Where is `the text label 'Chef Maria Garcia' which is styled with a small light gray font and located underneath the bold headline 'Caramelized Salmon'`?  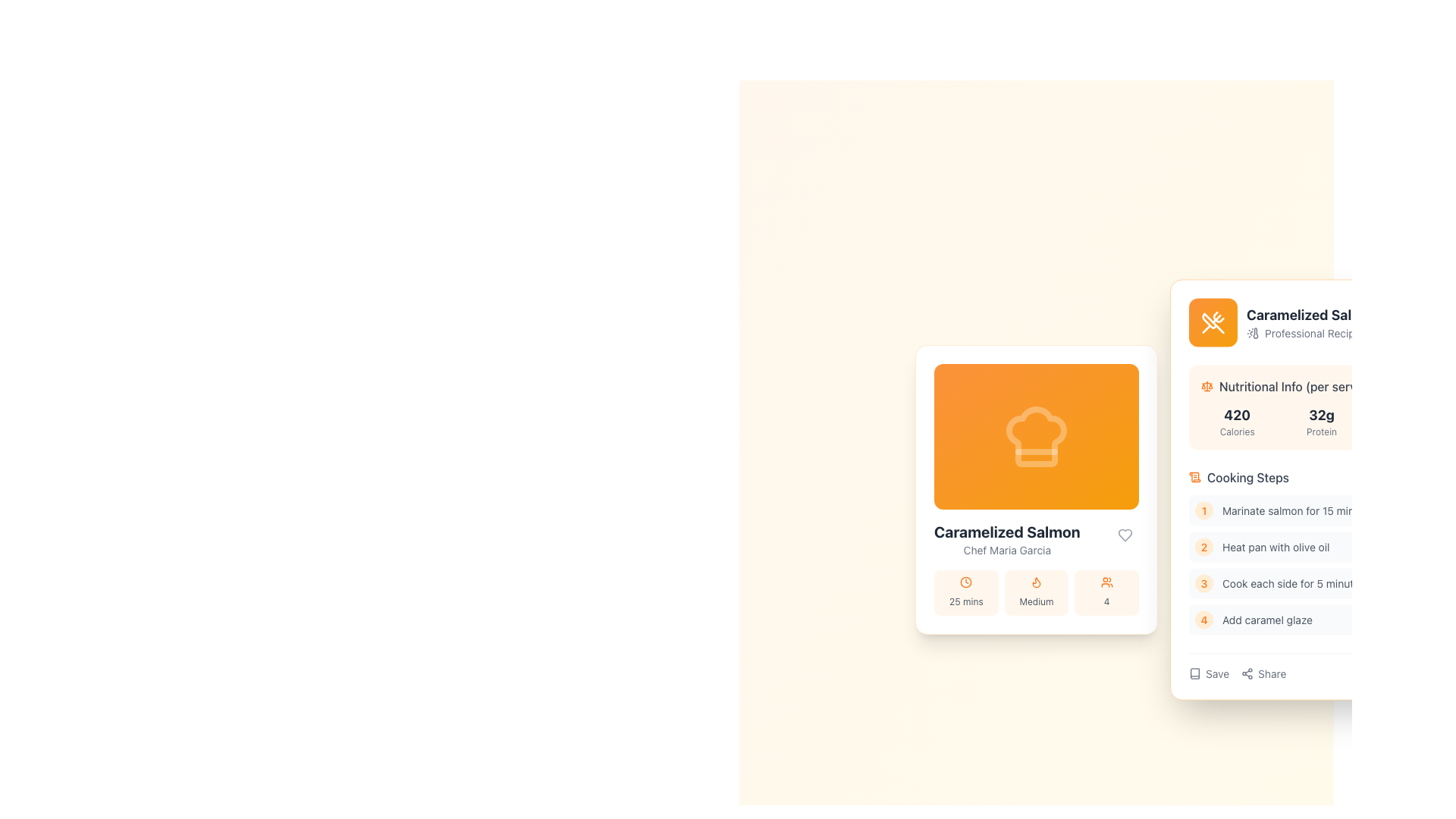
the text label 'Chef Maria Garcia' which is styled with a small light gray font and located underneath the bold headline 'Caramelized Salmon' is located at coordinates (1007, 550).